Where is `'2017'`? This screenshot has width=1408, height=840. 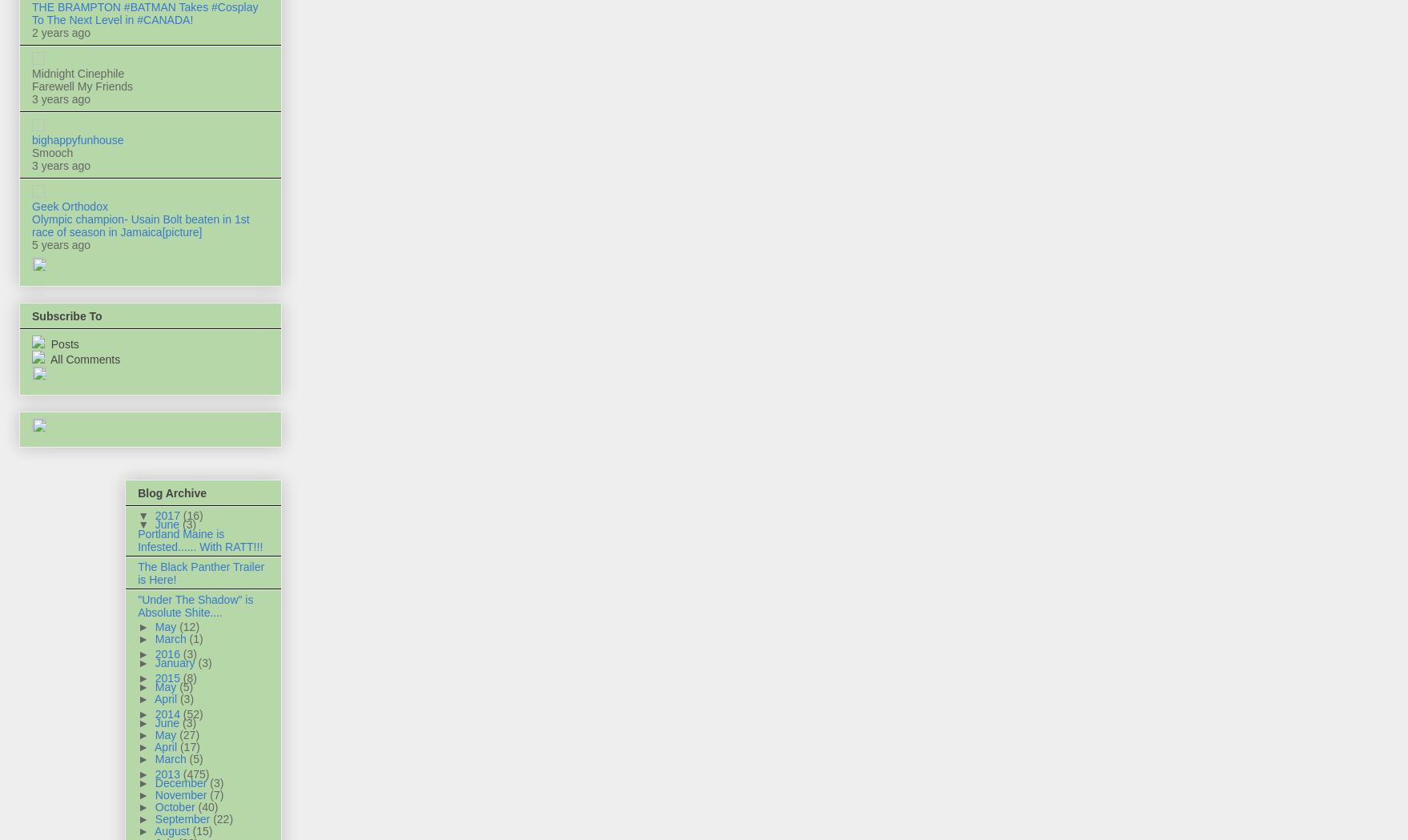
'2017' is located at coordinates (154, 515).